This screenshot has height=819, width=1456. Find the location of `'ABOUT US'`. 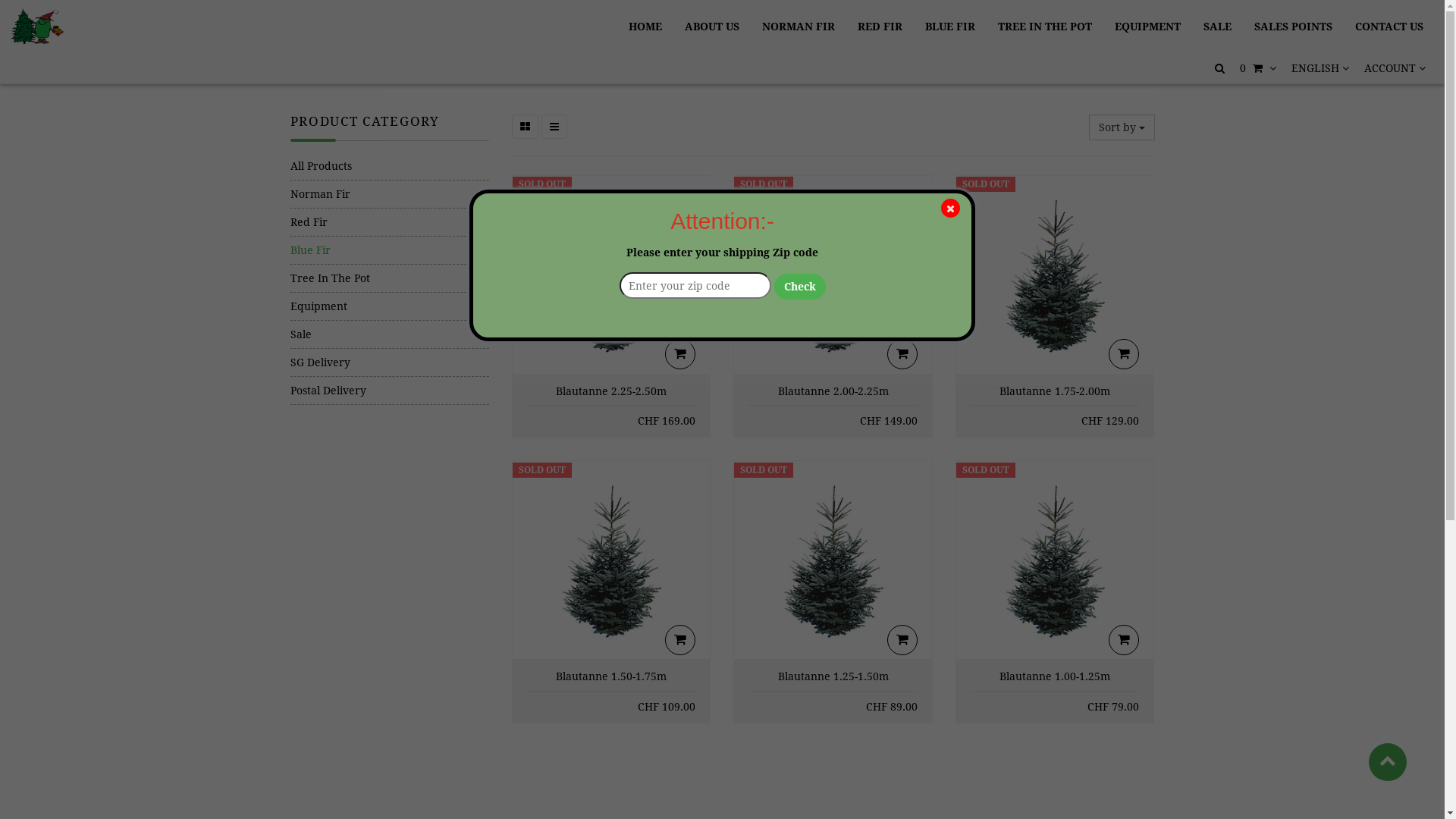

'ABOUT US' is located at coordinates (711, 26).